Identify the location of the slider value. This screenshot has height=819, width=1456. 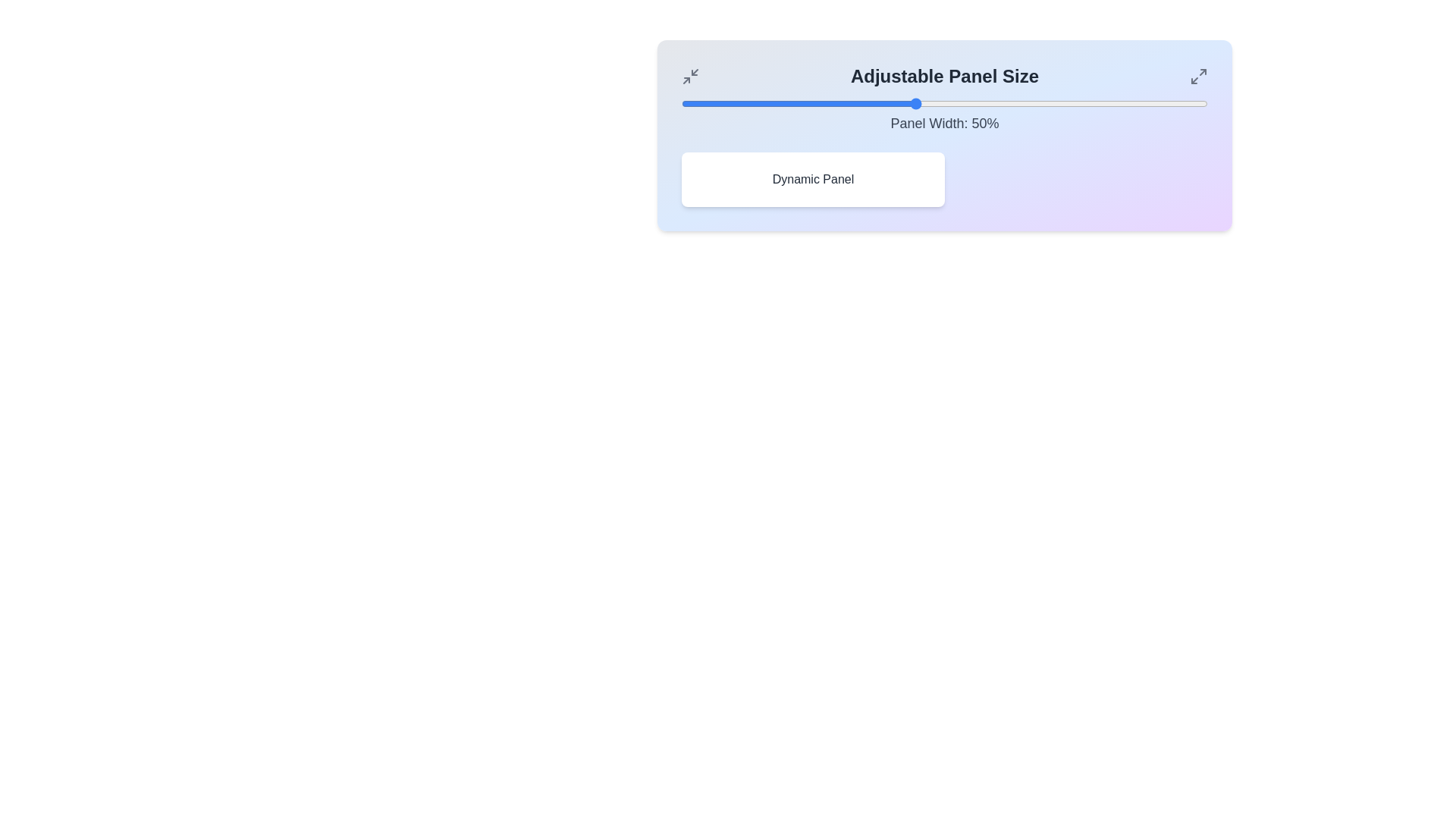
(680, 103).